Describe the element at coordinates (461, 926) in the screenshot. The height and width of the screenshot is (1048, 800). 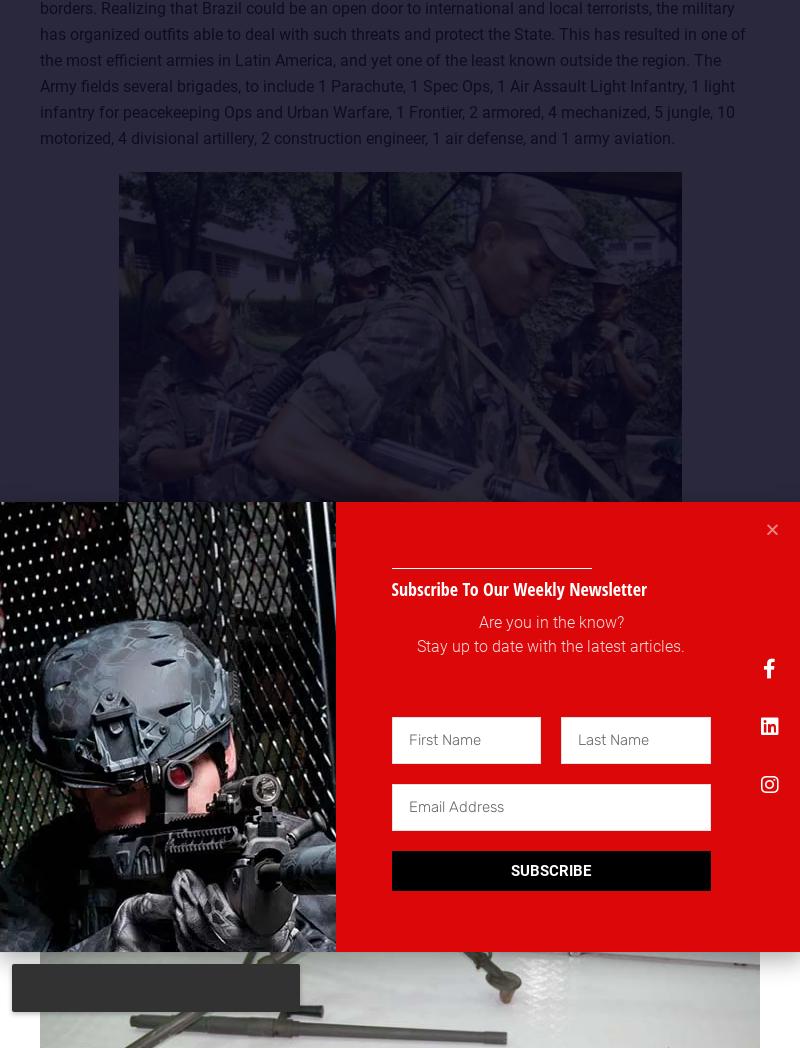
I see `'I Agree'` at that location.